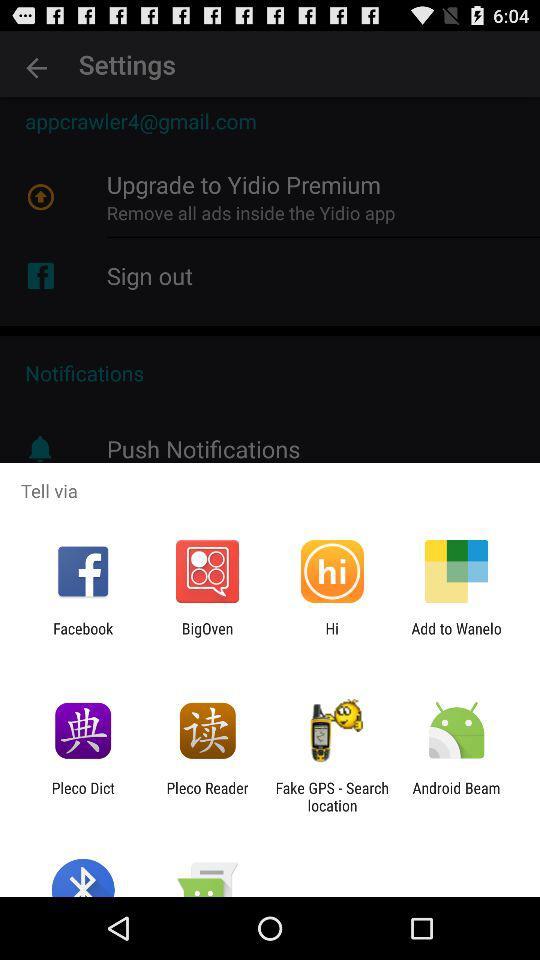  Describe the element at coordinates (456, 796) in the screenshot. I see `app next to the fake gps search item` at that location.